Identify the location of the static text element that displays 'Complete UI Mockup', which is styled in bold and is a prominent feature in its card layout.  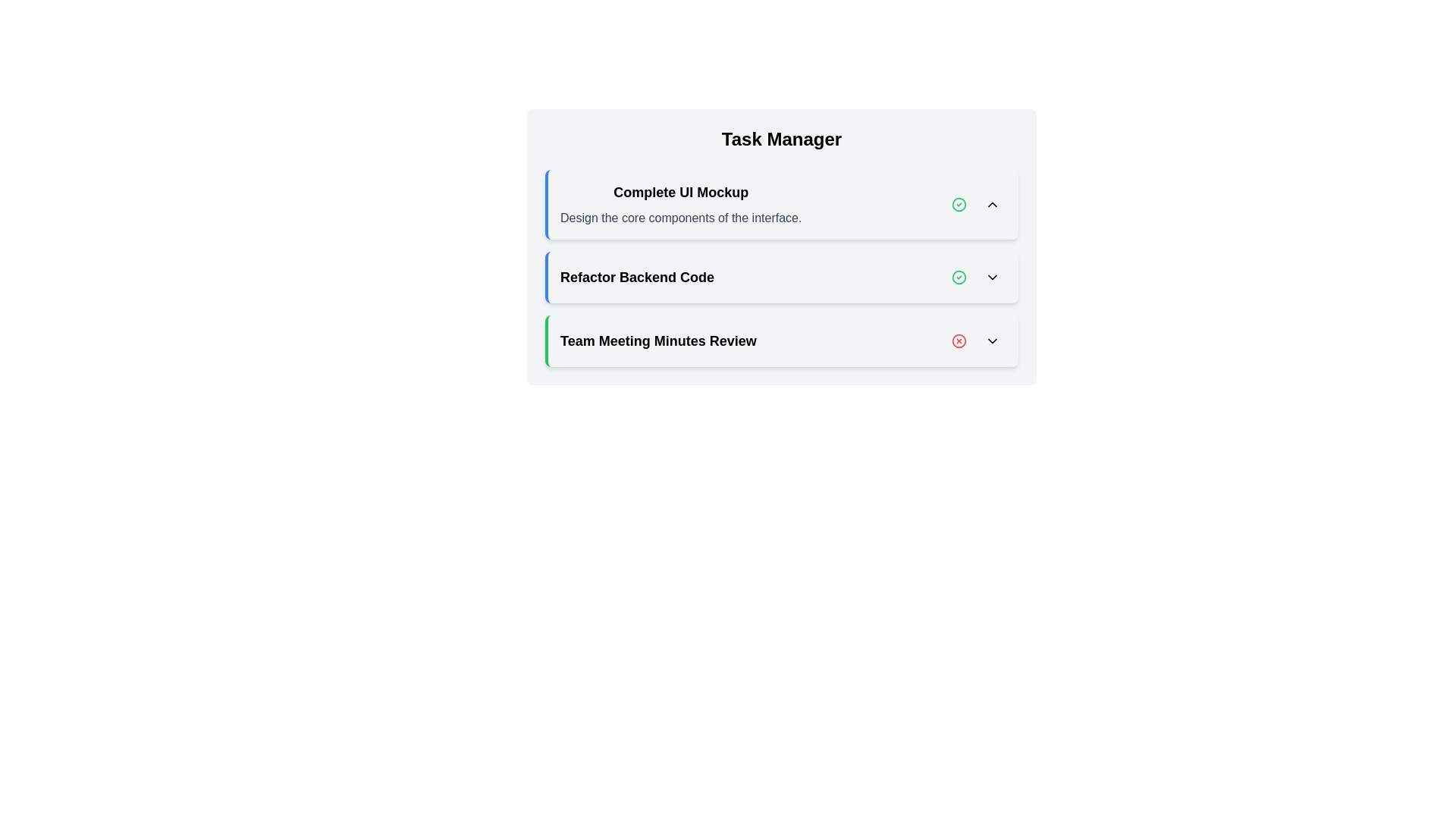
(680, 192).